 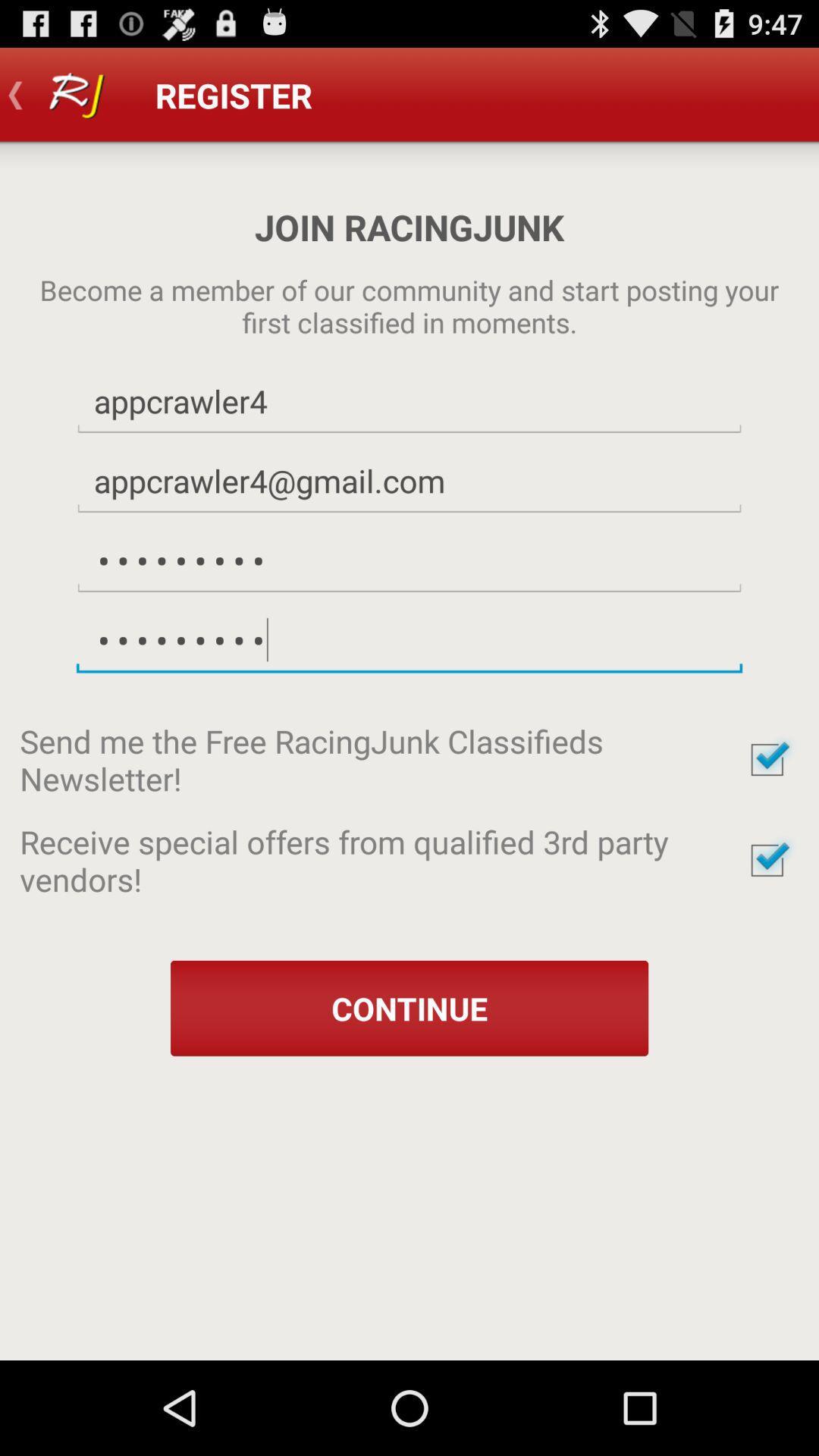 What do you see at coordinates (767, 760) in the screenshot?
I see `receive newsletter` at bounding box center [767, 760].